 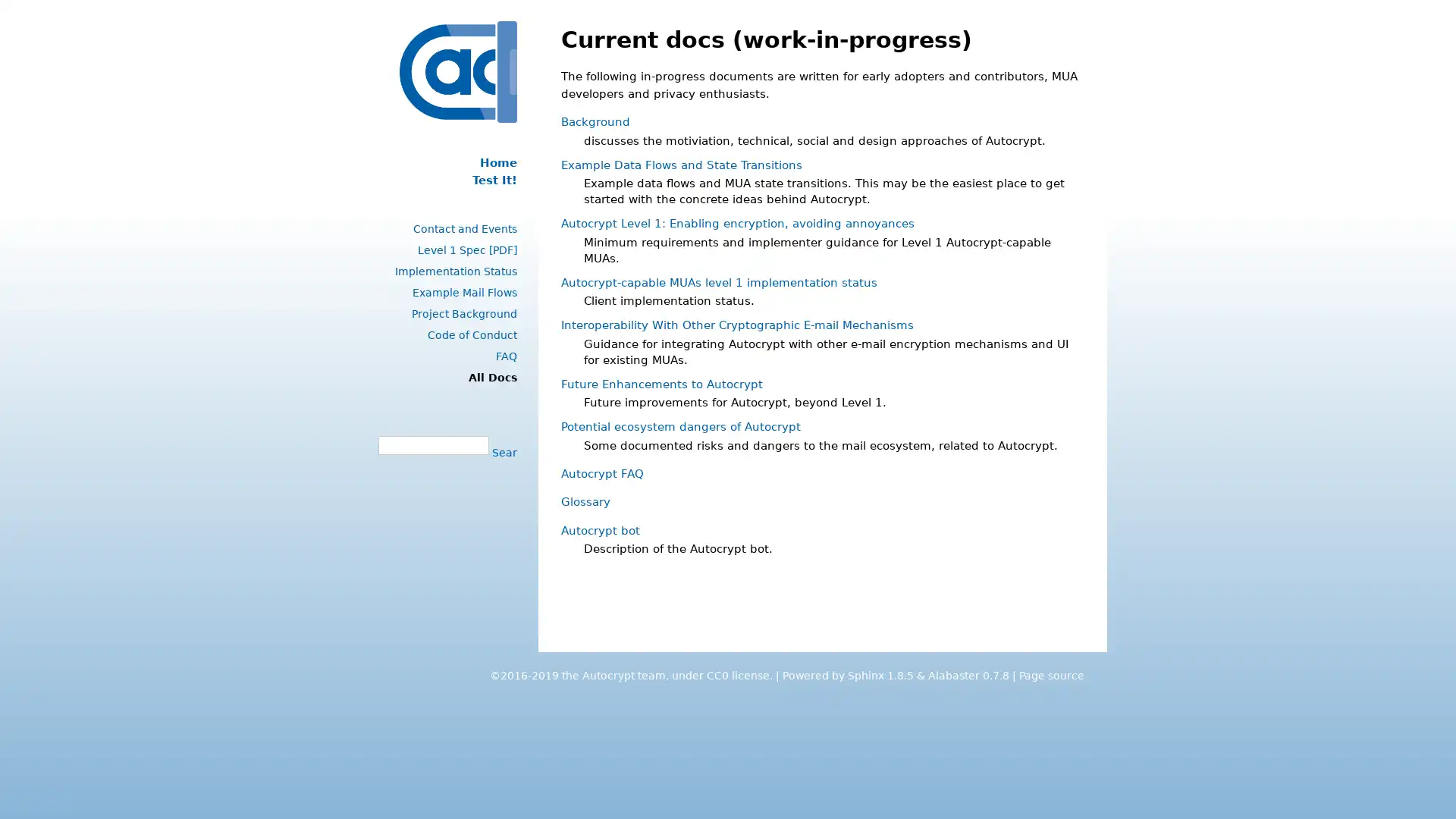 What do you see at coordinates (502, 451) in the screenshot?
I see `Search` at bounding box center [502, 451].